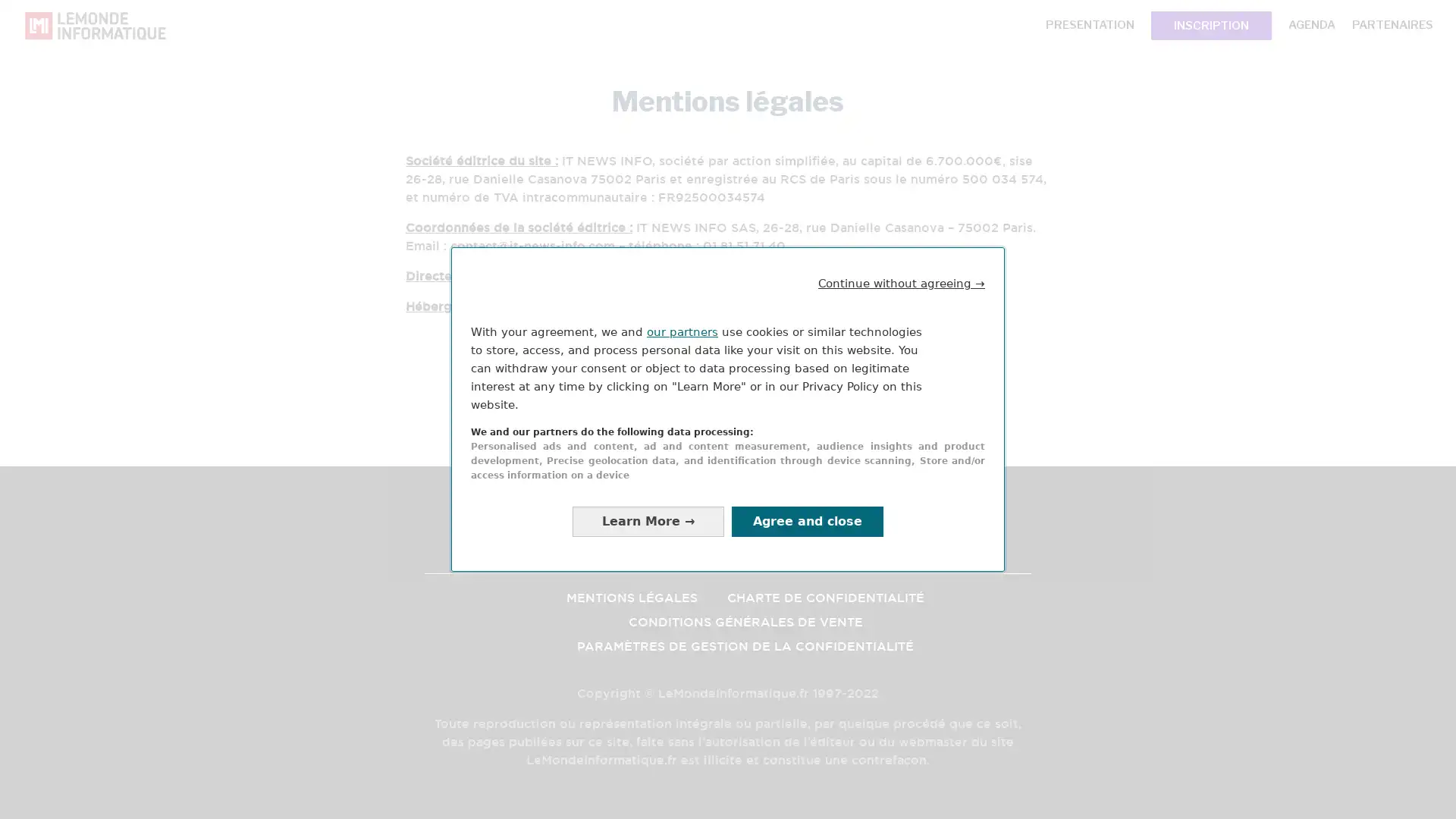  Describe the element at coordinates (648, 520) in the screenshot. I see `Configure your consents` at that location.